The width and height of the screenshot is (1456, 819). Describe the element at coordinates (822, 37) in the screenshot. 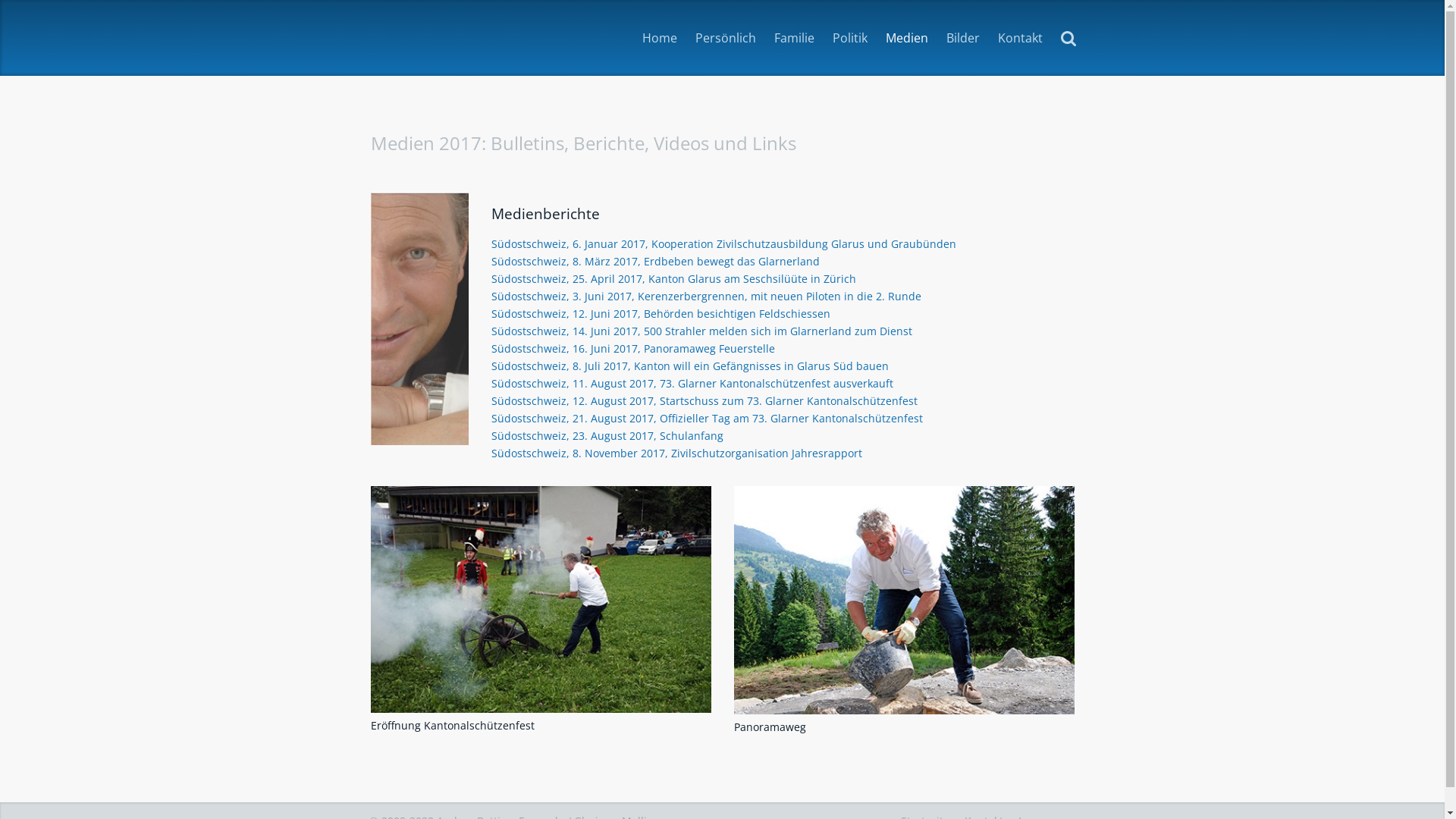

I see `'Politik'` at that location.